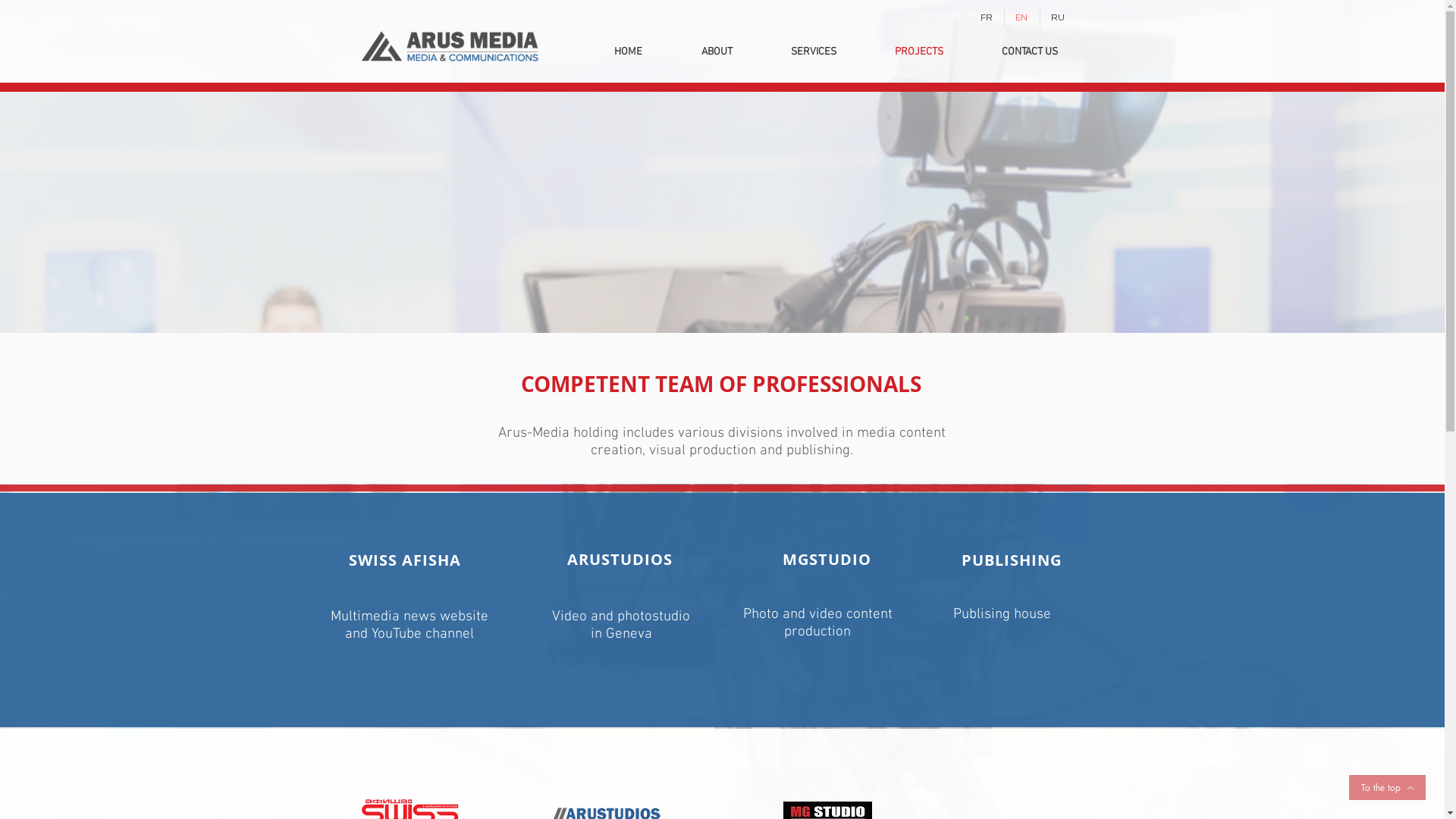 The width and height of the screenshot is (1456, 819). Describe the element at coordinates (627, 51) in the screenshot. I see `'HOME'` at that location.